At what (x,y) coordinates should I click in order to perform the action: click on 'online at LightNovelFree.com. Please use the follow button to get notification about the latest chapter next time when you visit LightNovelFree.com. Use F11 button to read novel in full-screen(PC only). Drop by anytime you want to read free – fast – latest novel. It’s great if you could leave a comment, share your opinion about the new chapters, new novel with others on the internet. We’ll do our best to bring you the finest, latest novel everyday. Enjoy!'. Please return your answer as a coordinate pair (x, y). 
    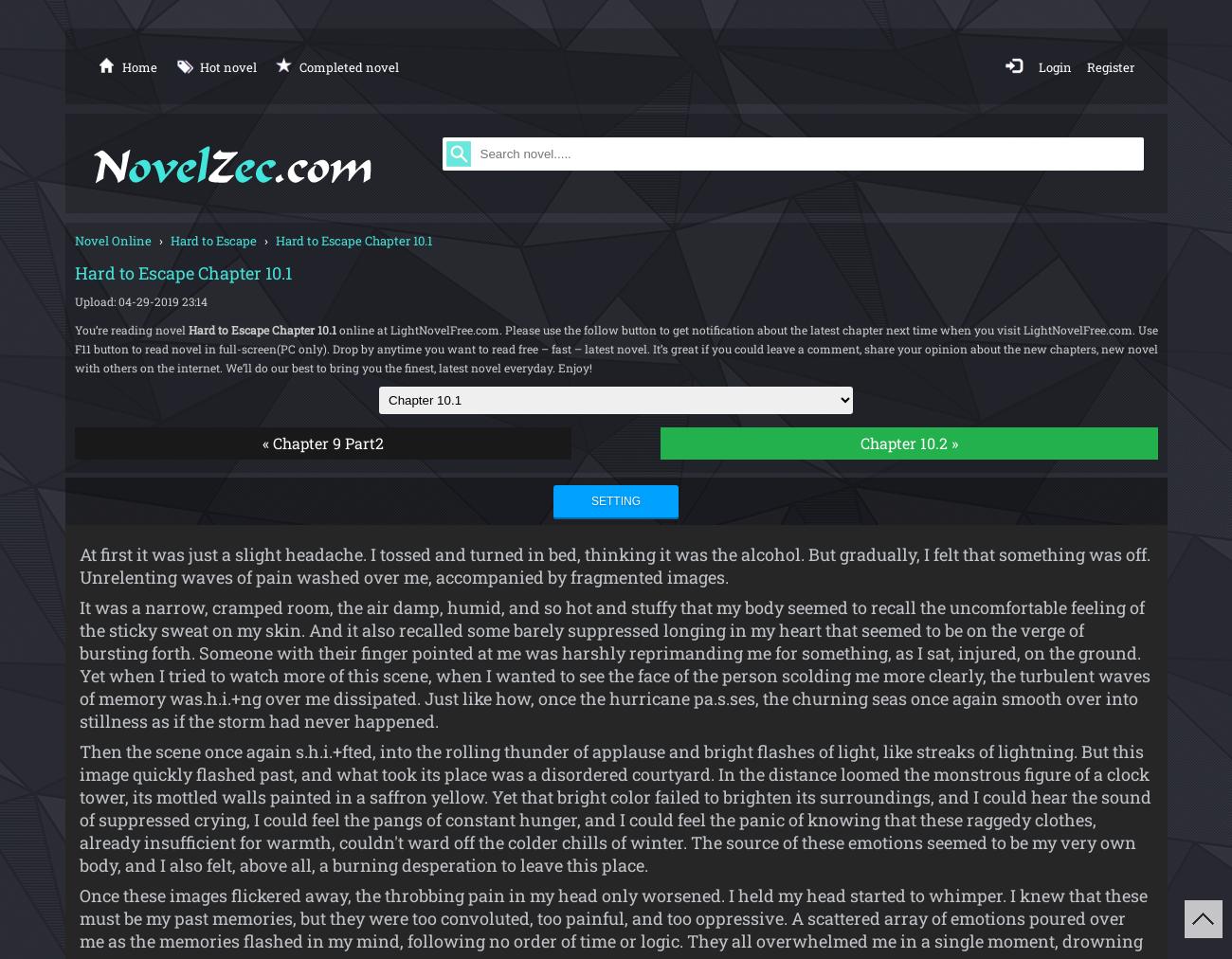
    Looking at the image, I should click on (615, 347).